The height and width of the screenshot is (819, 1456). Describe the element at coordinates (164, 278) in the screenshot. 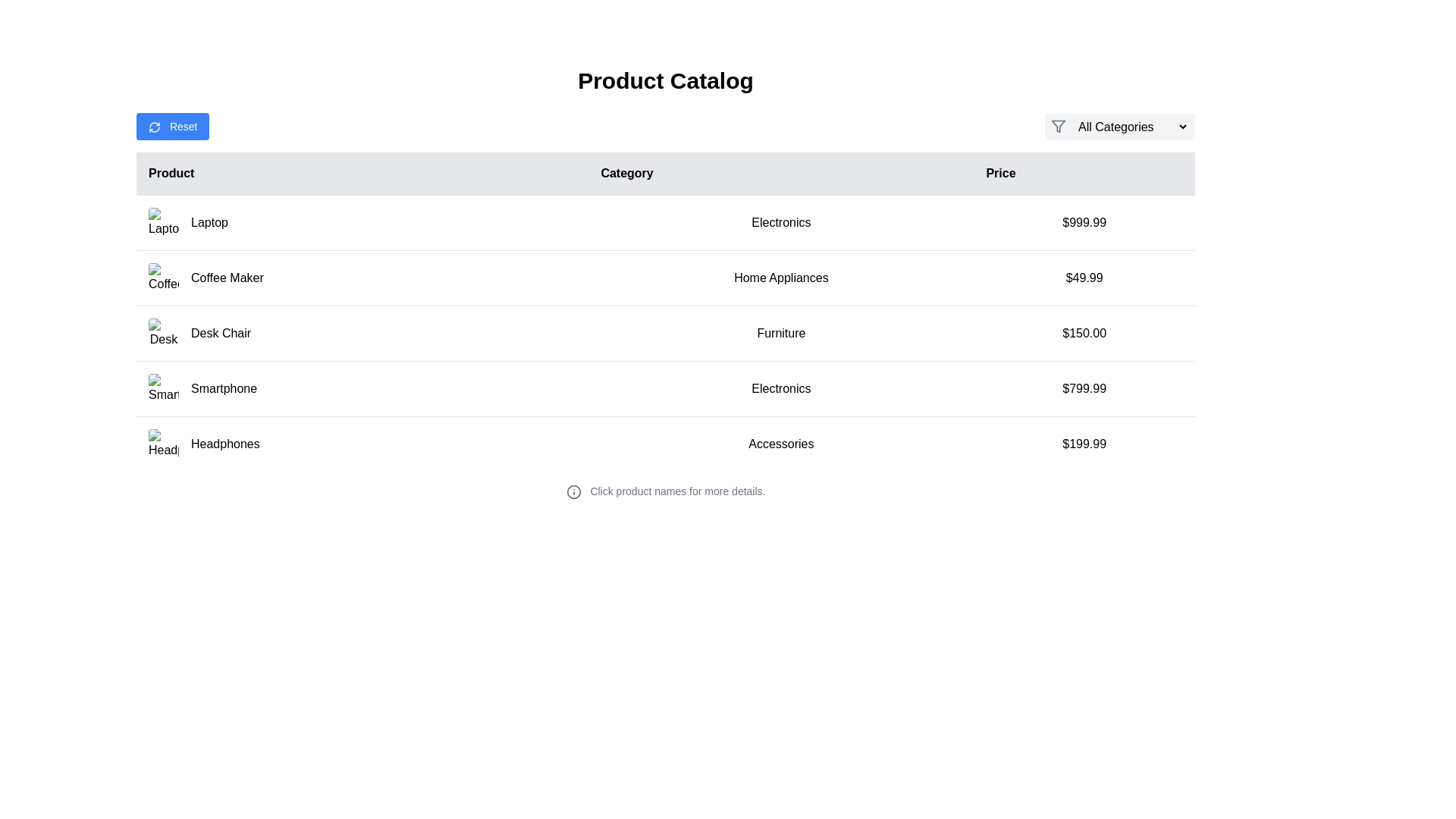

I see `the static image thumbnail representing the Coffee Maker product, located in the second row of the product list, immediately to the left of the text 'Coffee Maker'` at that location.